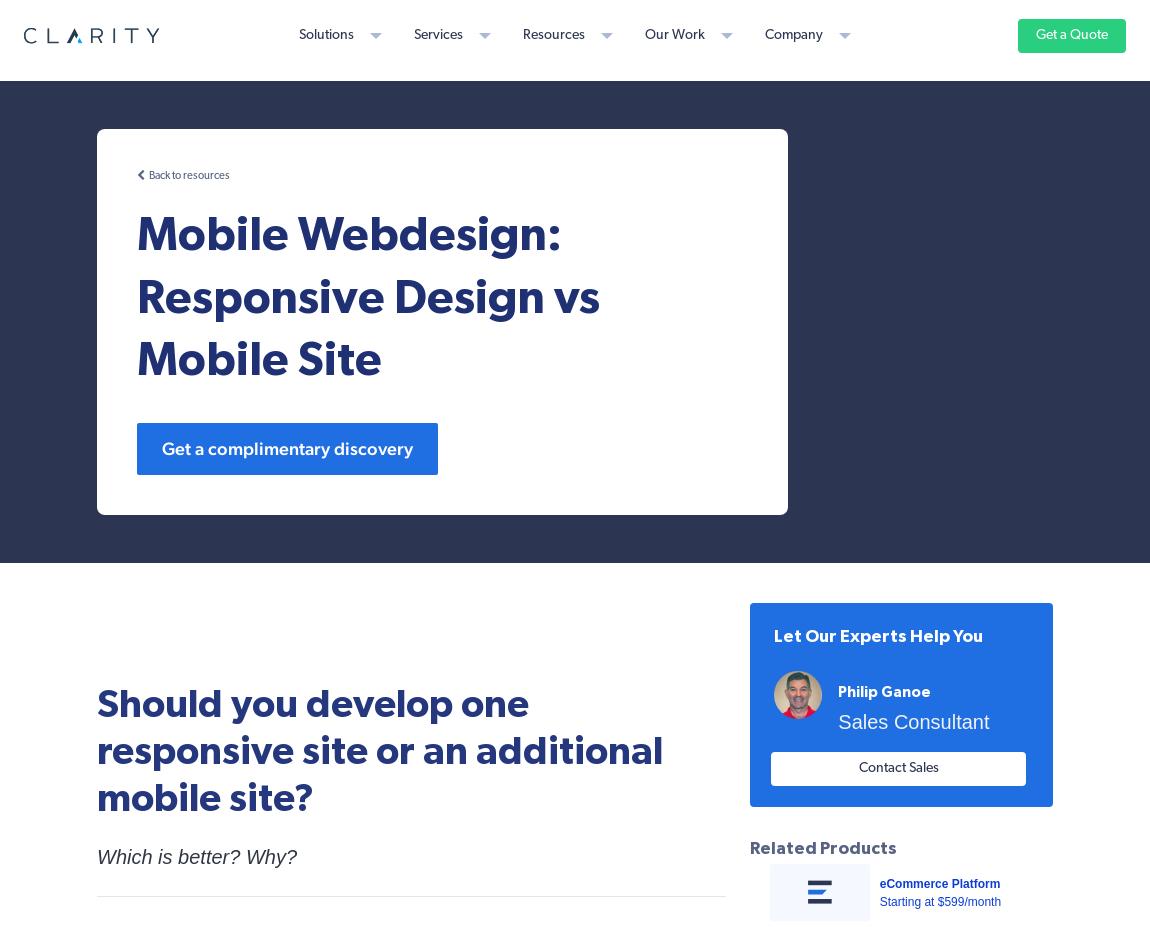  What do you see at coordinates (884, 691) in the screenshot?
I see `'Philip Ganoe'` at bounding box center [884, 691].